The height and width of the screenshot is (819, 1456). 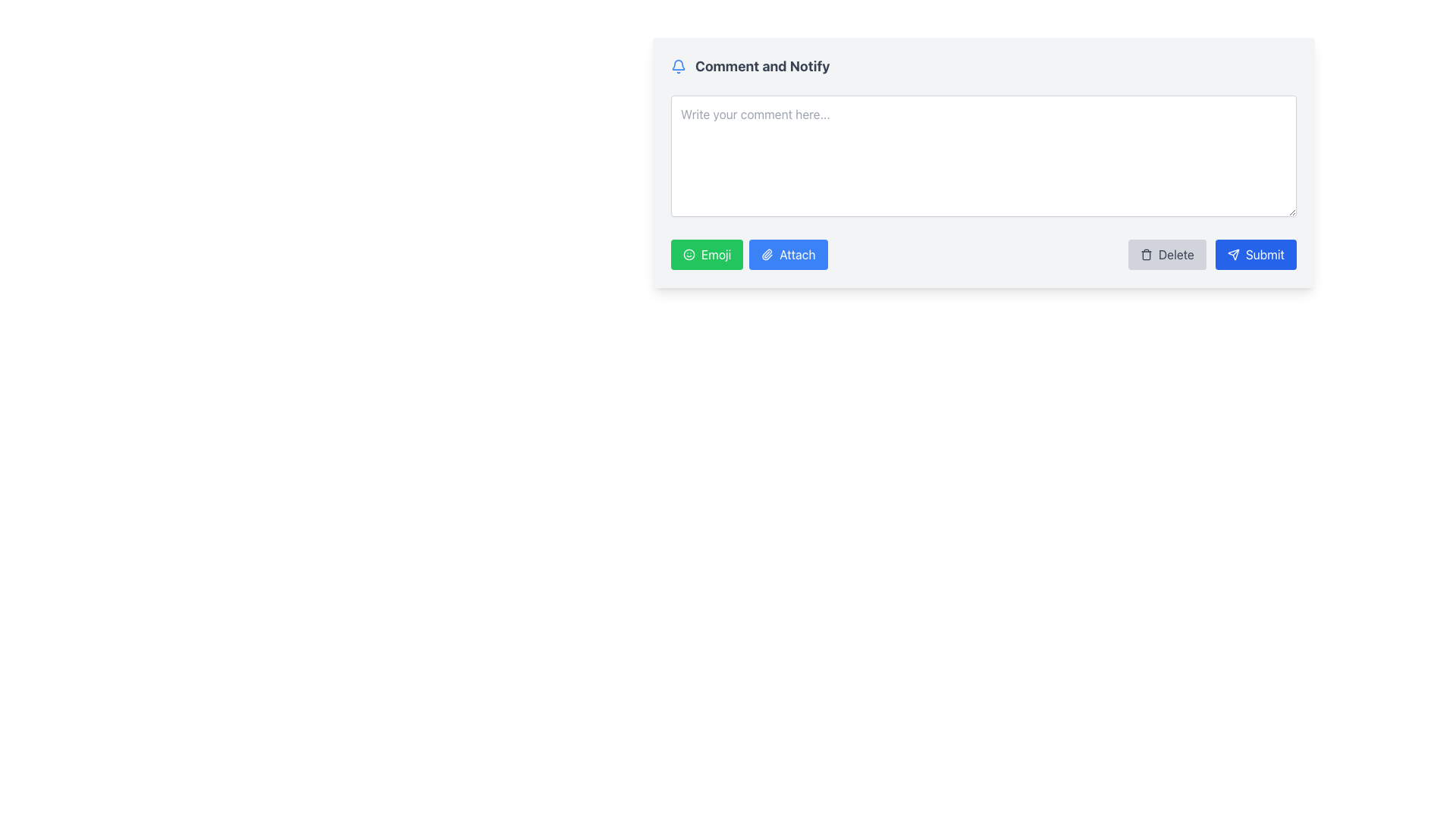 I want to click on the circular outline within the smiley face icon located in the SVG graphic on the left side of the toolbar, which is the first icon from the left in a horizontal row, so click(x=688, y=253).